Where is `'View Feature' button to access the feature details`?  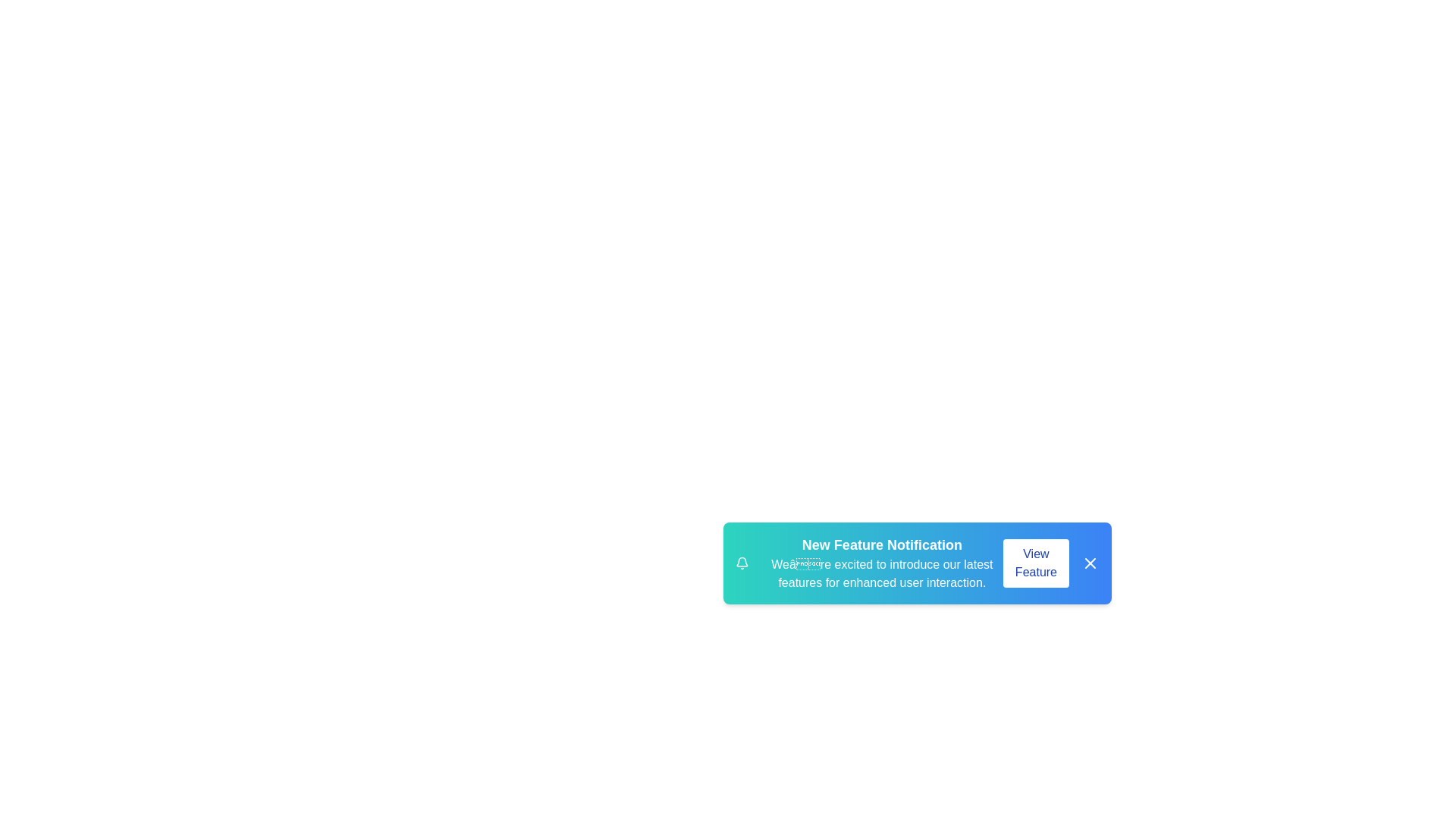 'View Feature' button to access the feature details is located at coordinates (1035, 563).